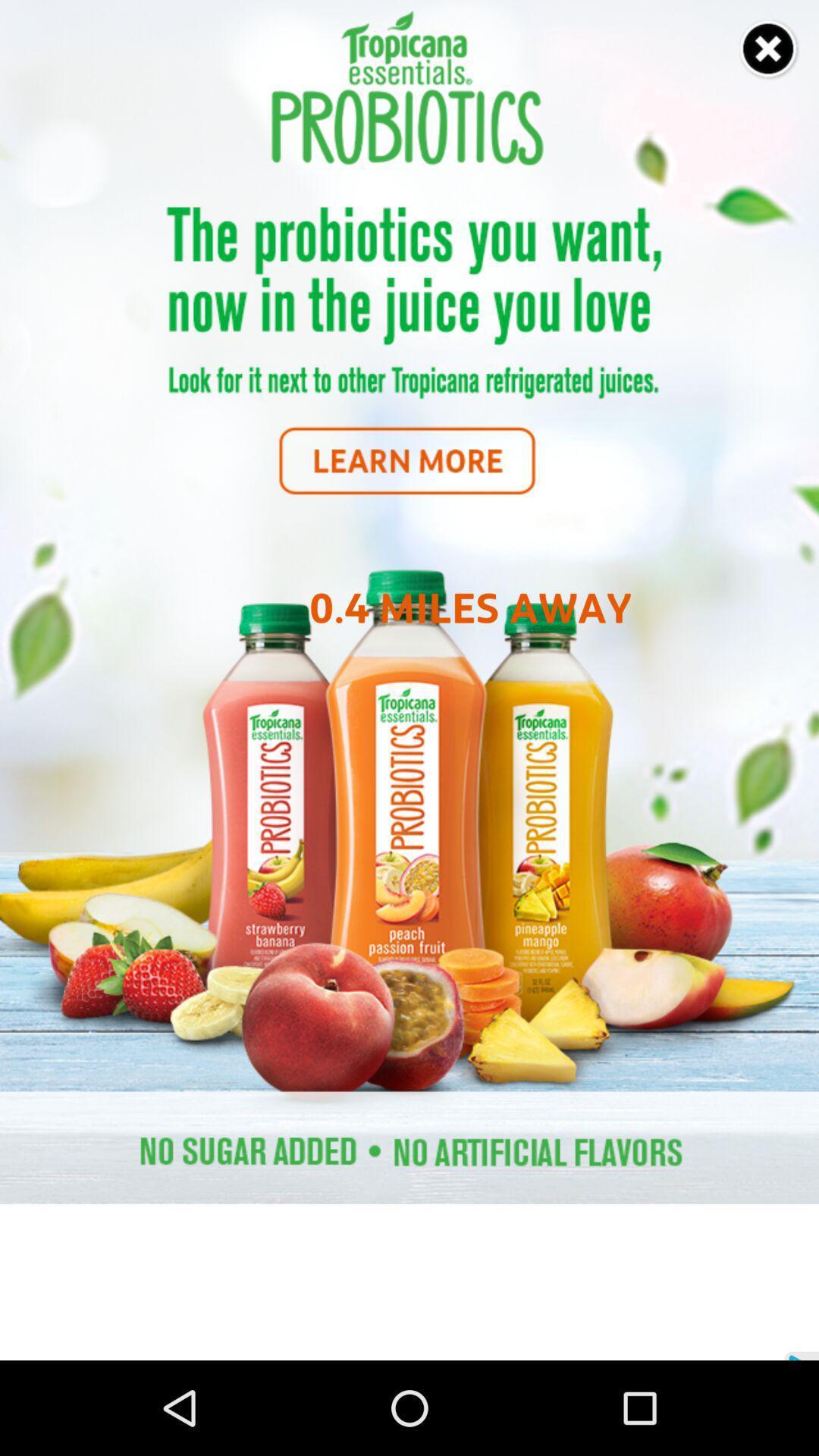 This screenshot has width=819, height=1456. Describe the element at coordinates (769, 49) in the screenshot. I see `exit advertisement` at that location.